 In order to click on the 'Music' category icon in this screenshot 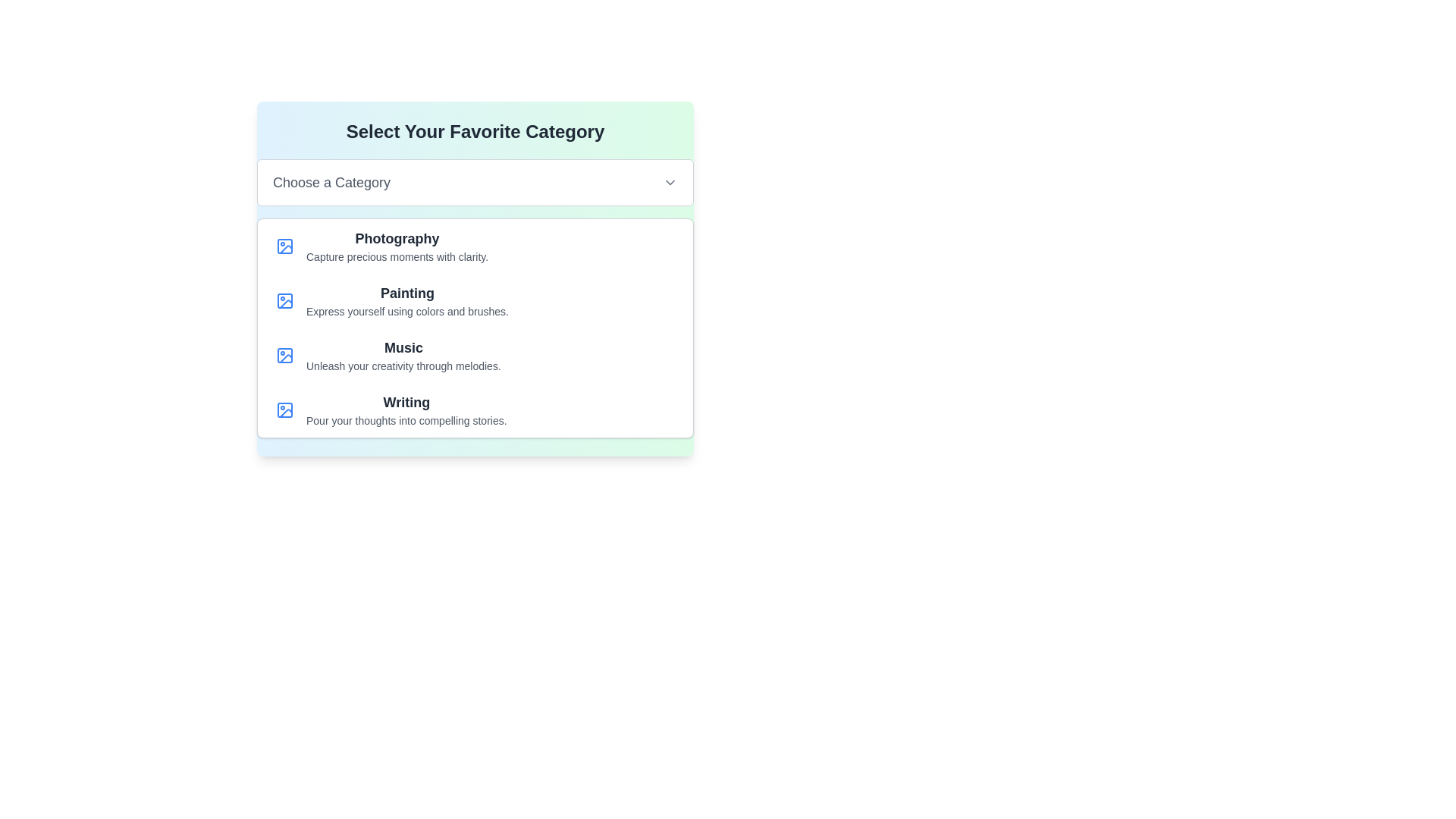, I will do `click(284, 356)`.